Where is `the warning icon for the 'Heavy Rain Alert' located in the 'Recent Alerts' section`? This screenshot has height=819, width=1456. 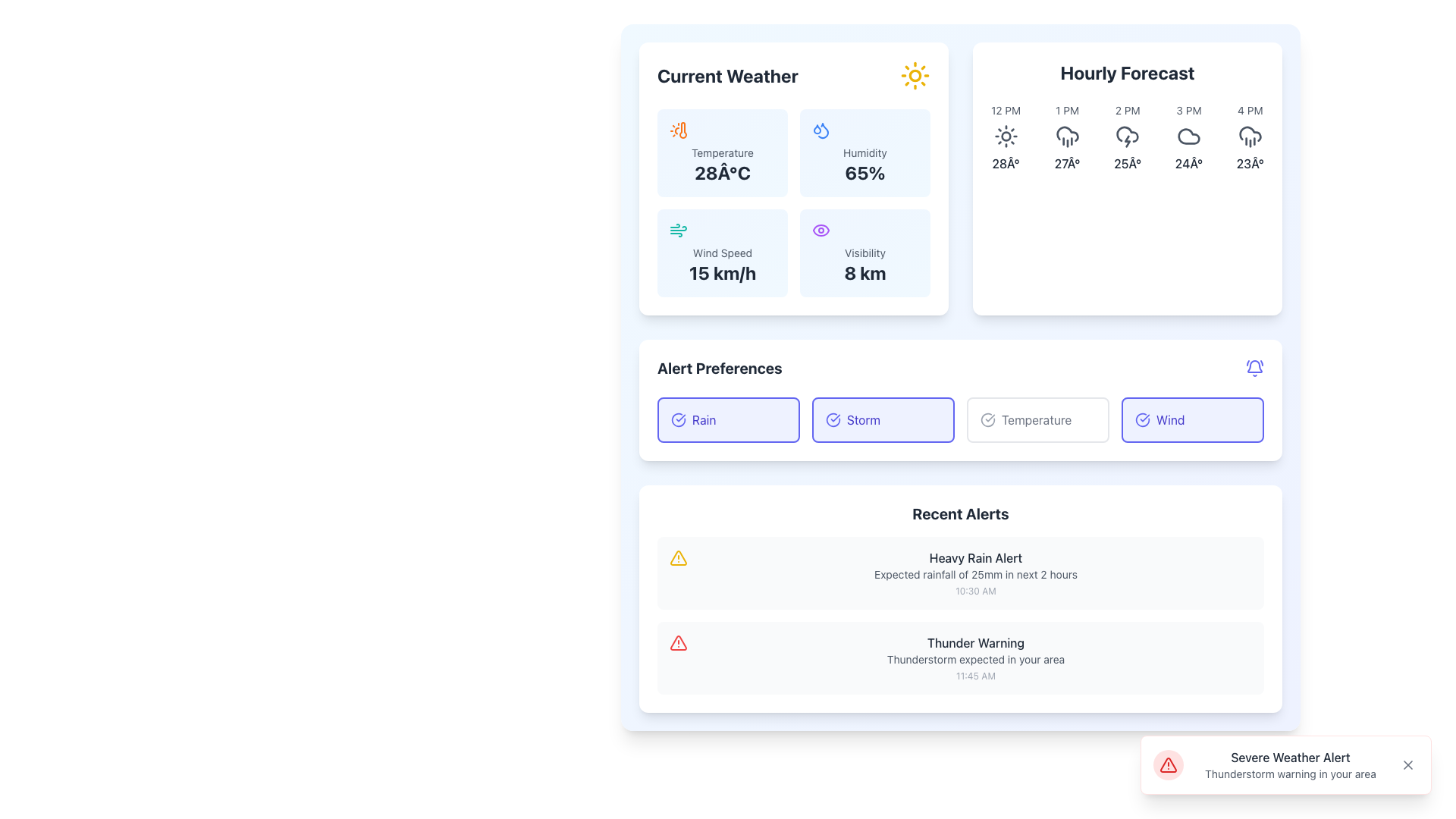
the warning icon for the 'Heavy Rain Alert' located in the 'Recent Alerts' section is located at coordinates (677, 558).